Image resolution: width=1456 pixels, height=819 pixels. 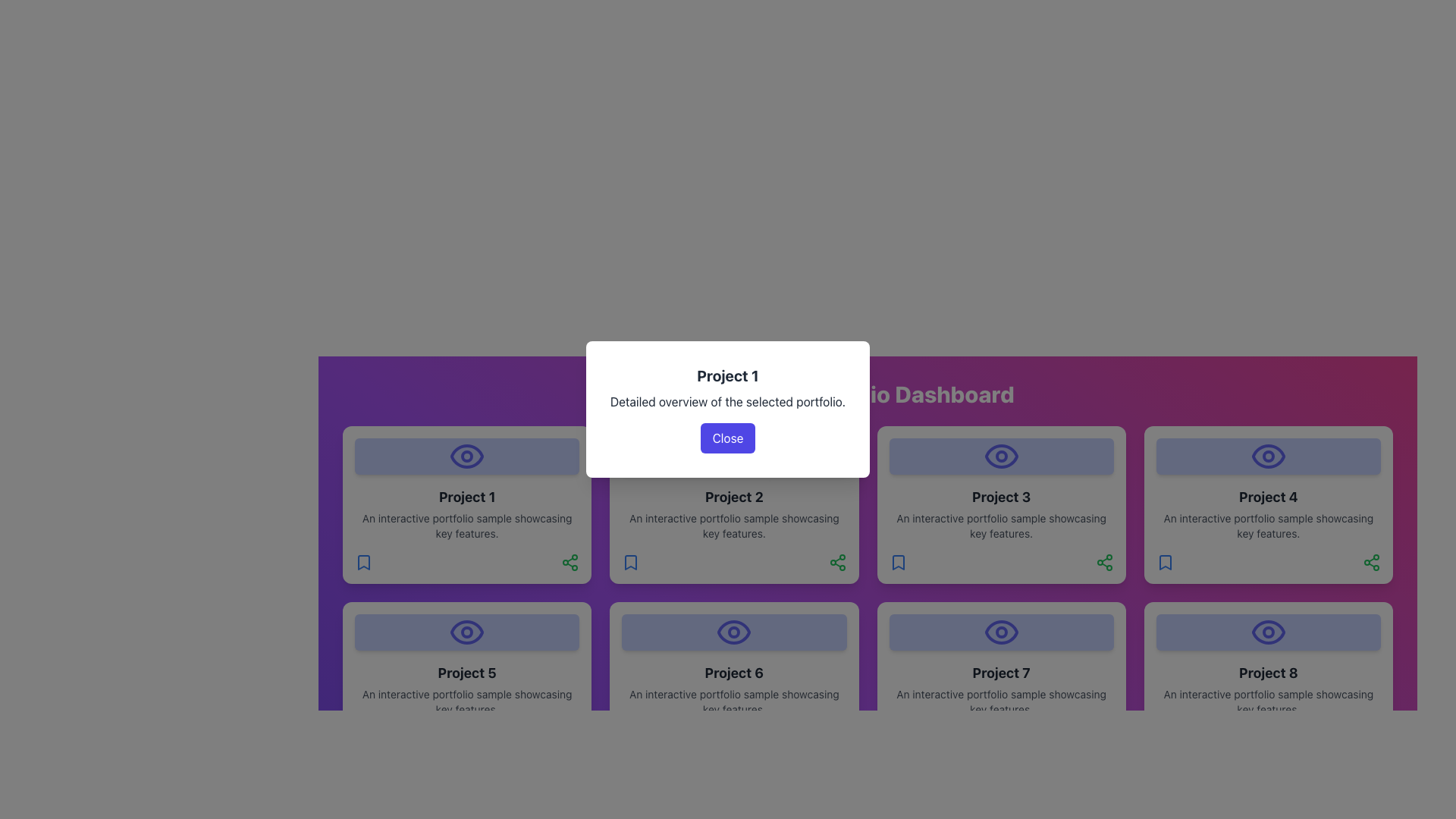 I want to click on the icon placeholder located at the top of the 'Project 5' card, which visually represents a feature for viewing or previewing related content, so click(x=466, y=632).